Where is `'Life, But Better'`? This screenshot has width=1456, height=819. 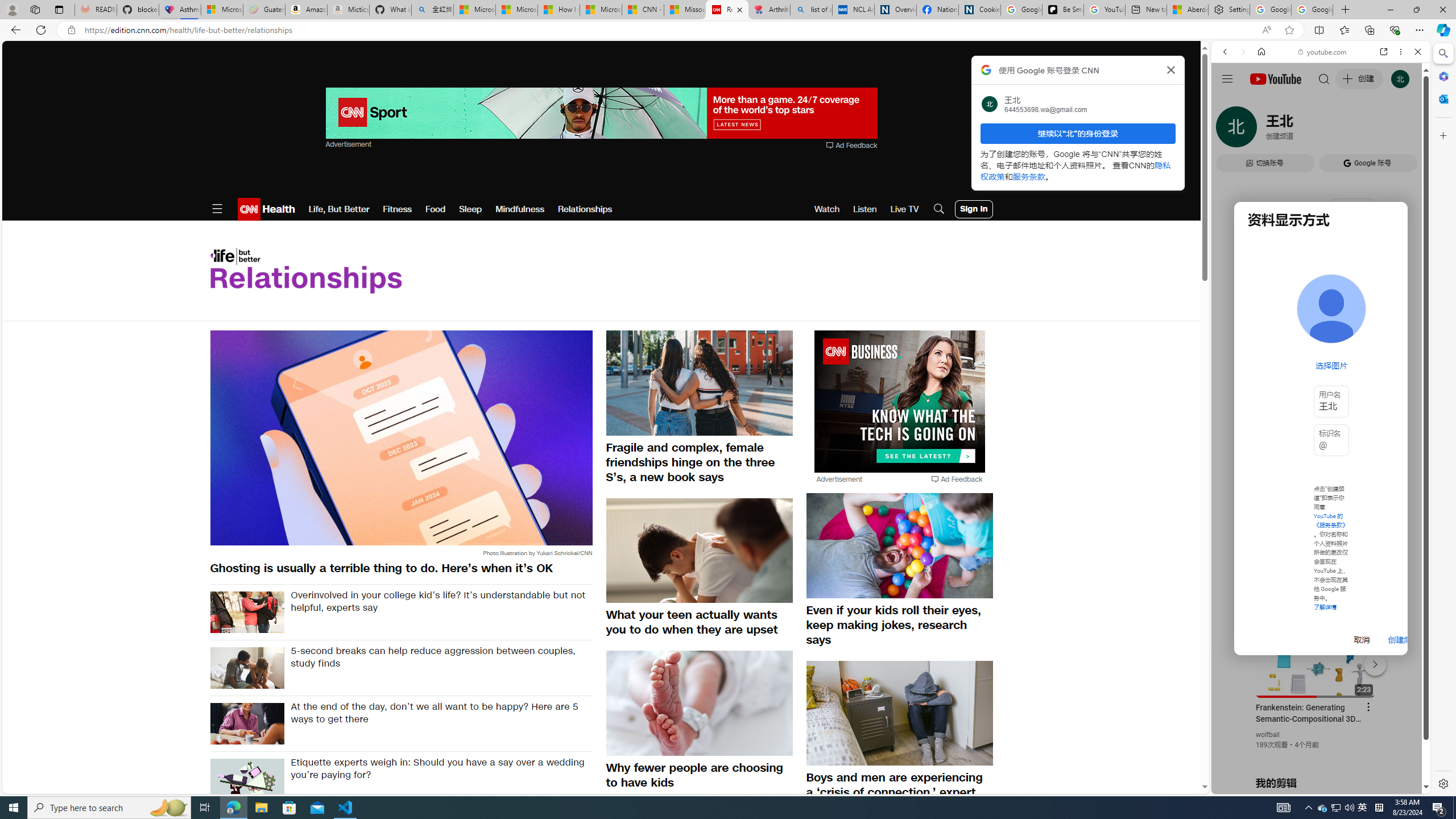 'Life, But Better' is located at coordinates (338, 209).